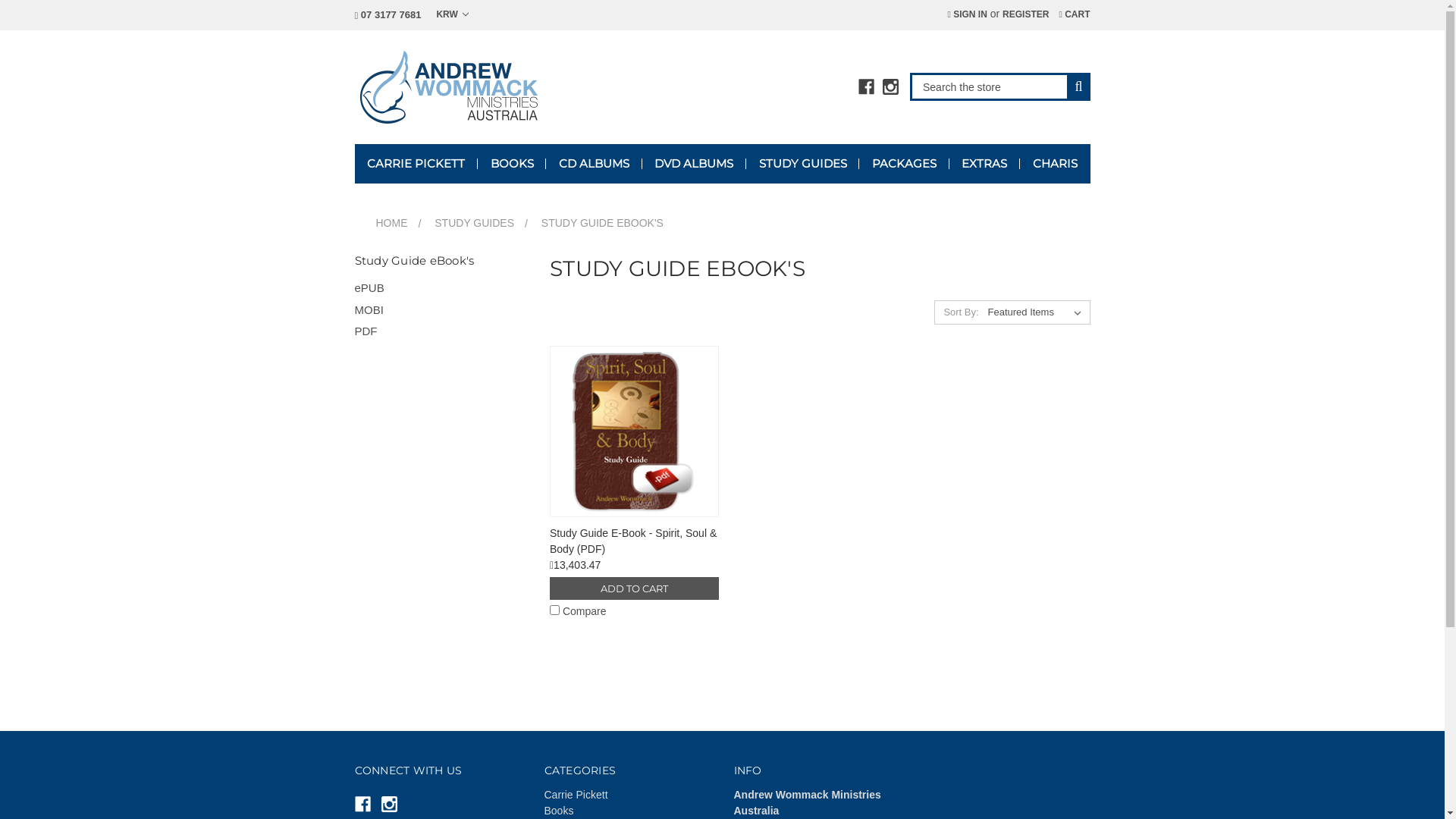  Describe the element at coordinates (353, 86) in the screenshot. I see `'Andrew Wommack Ministries Australia'` at that location.